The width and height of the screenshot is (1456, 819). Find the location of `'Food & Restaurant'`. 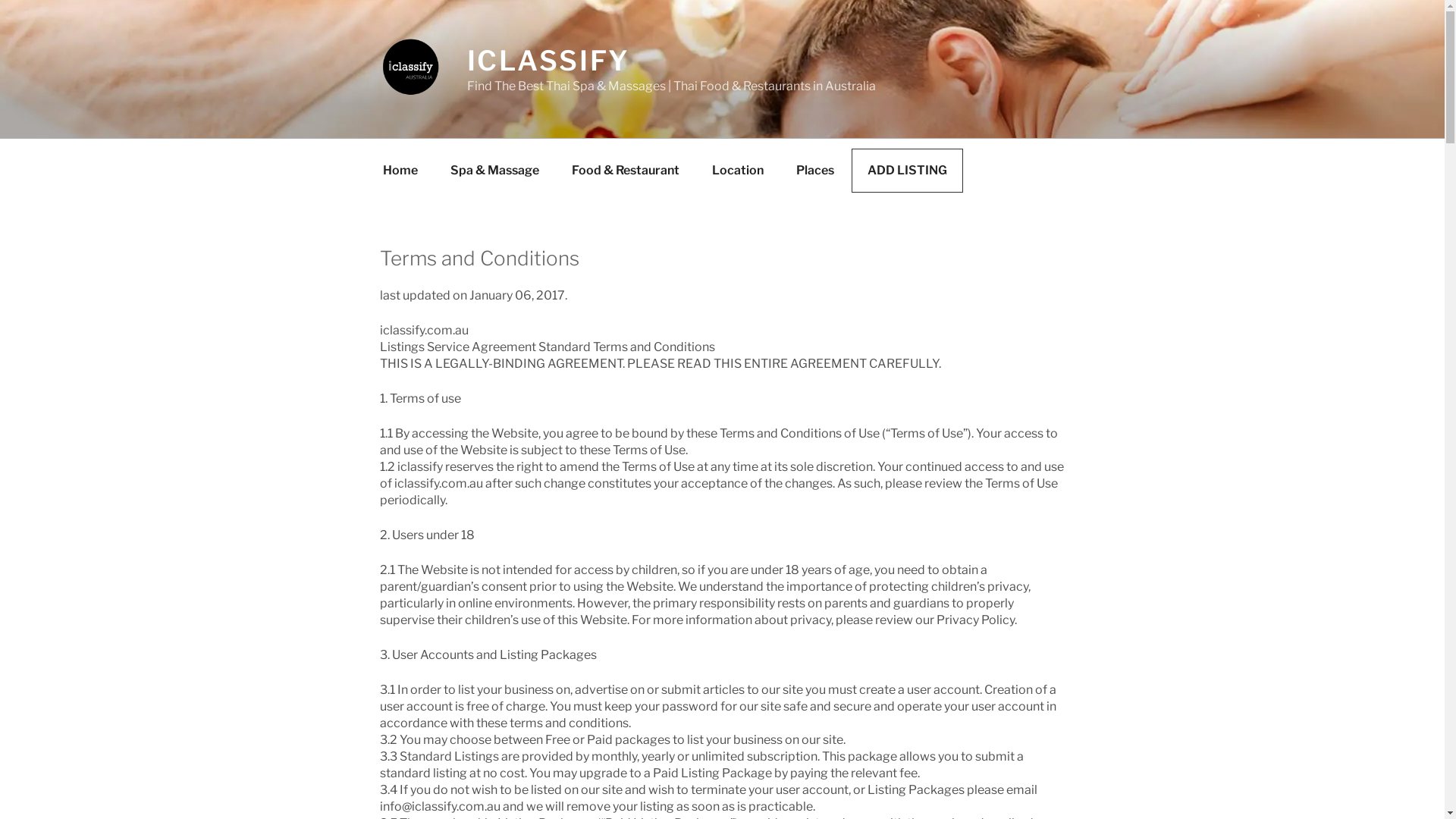

'Food & Restaurant' is located at coordinates (626, 170).